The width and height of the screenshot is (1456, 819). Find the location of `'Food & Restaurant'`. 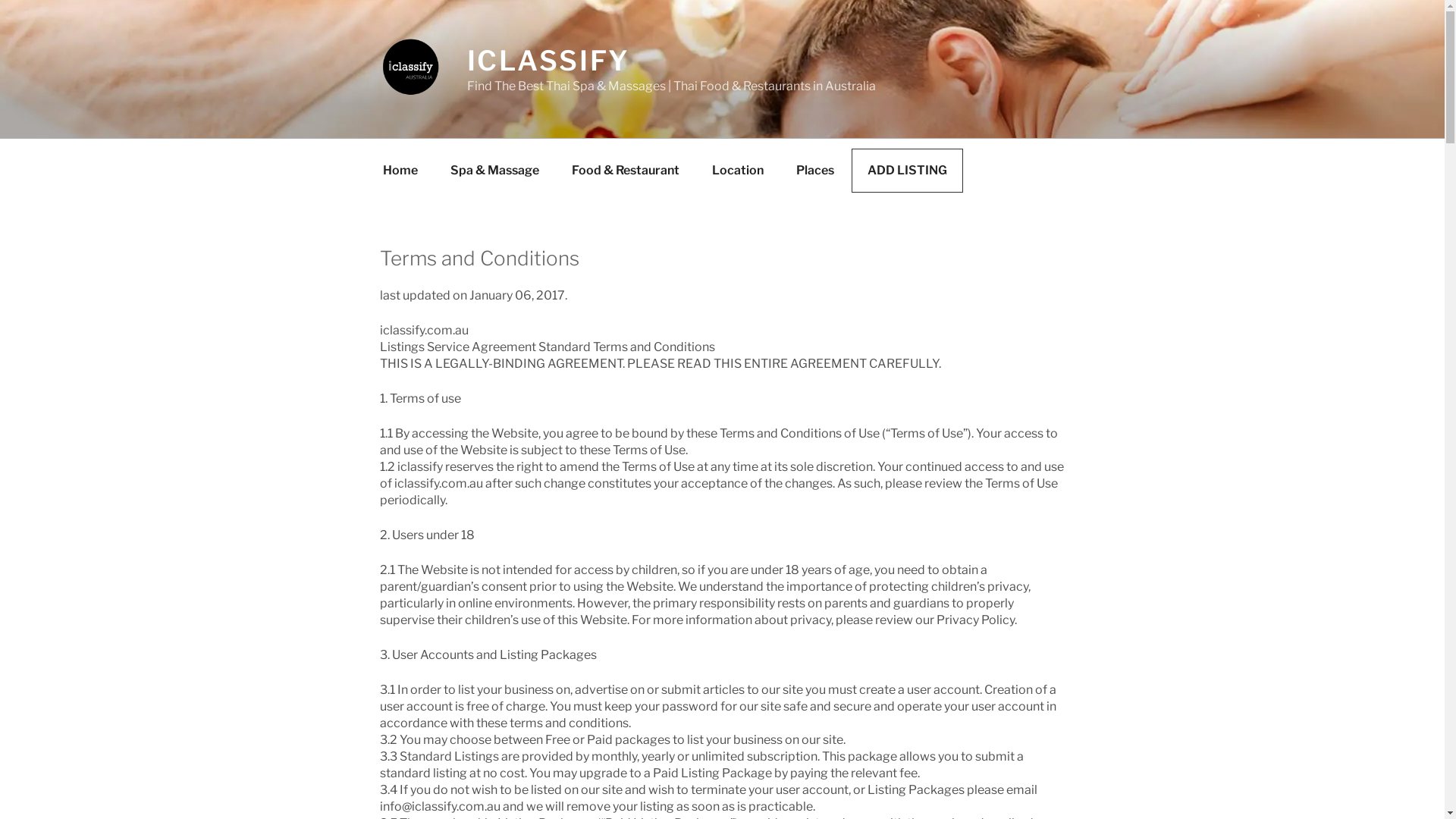

'Food & Restaurant' is located at coordinates (626, 170).